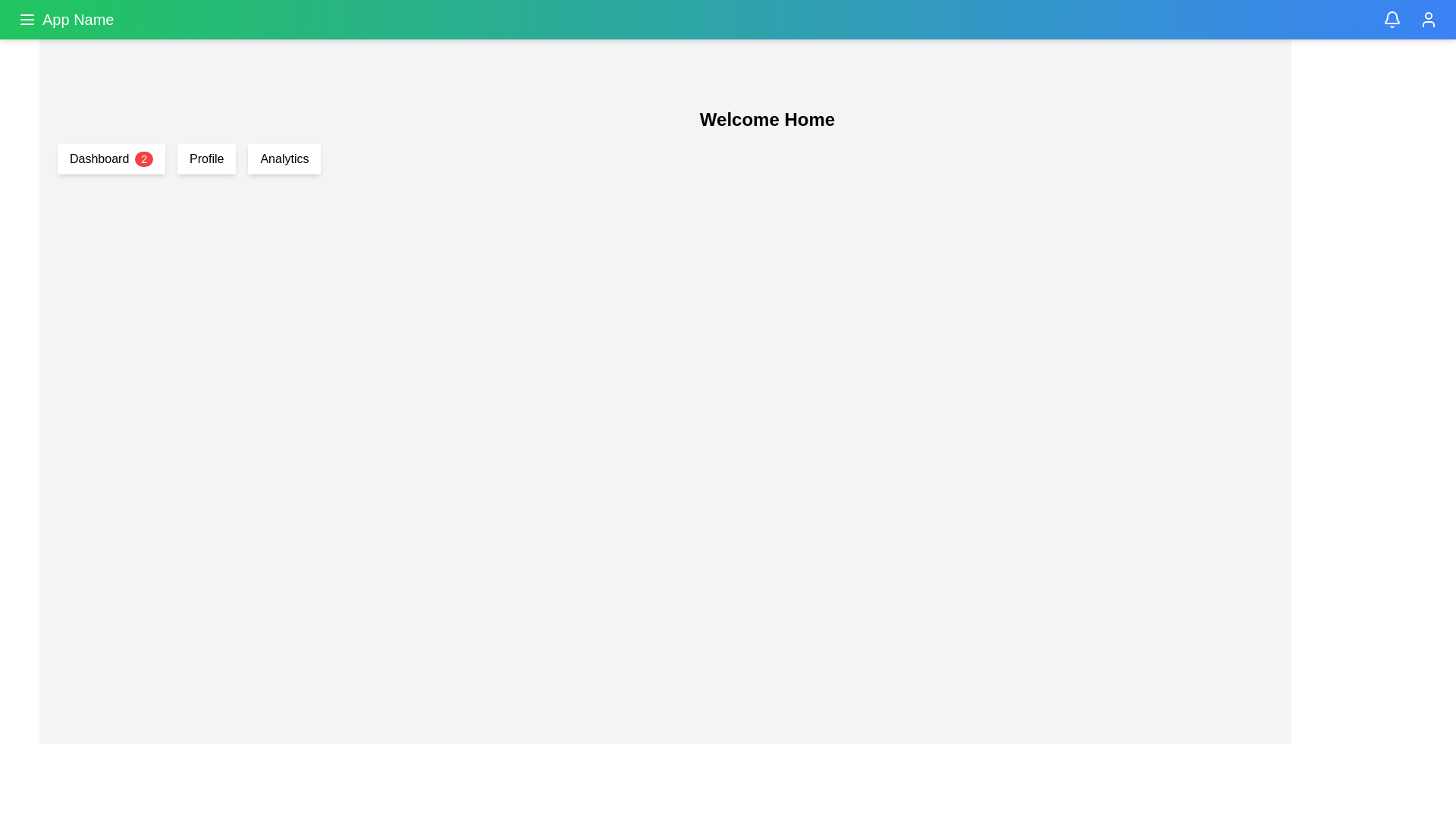 This screenshot has width=1456, height=819. I want to click on the bell icon, so click(1392, 20).